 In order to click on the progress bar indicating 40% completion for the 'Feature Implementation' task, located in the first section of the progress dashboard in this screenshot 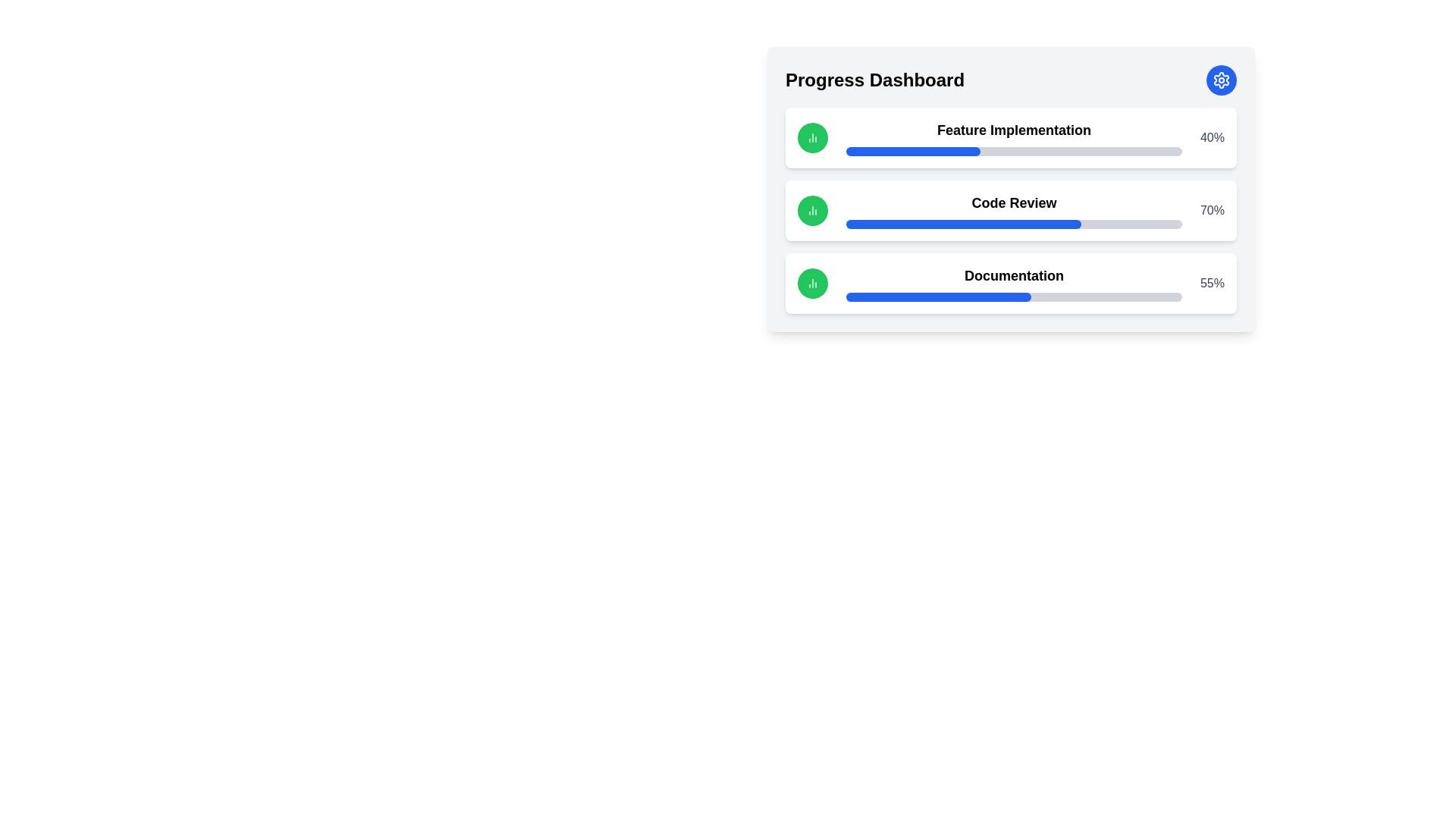, I will do `click(1014, 152)`.